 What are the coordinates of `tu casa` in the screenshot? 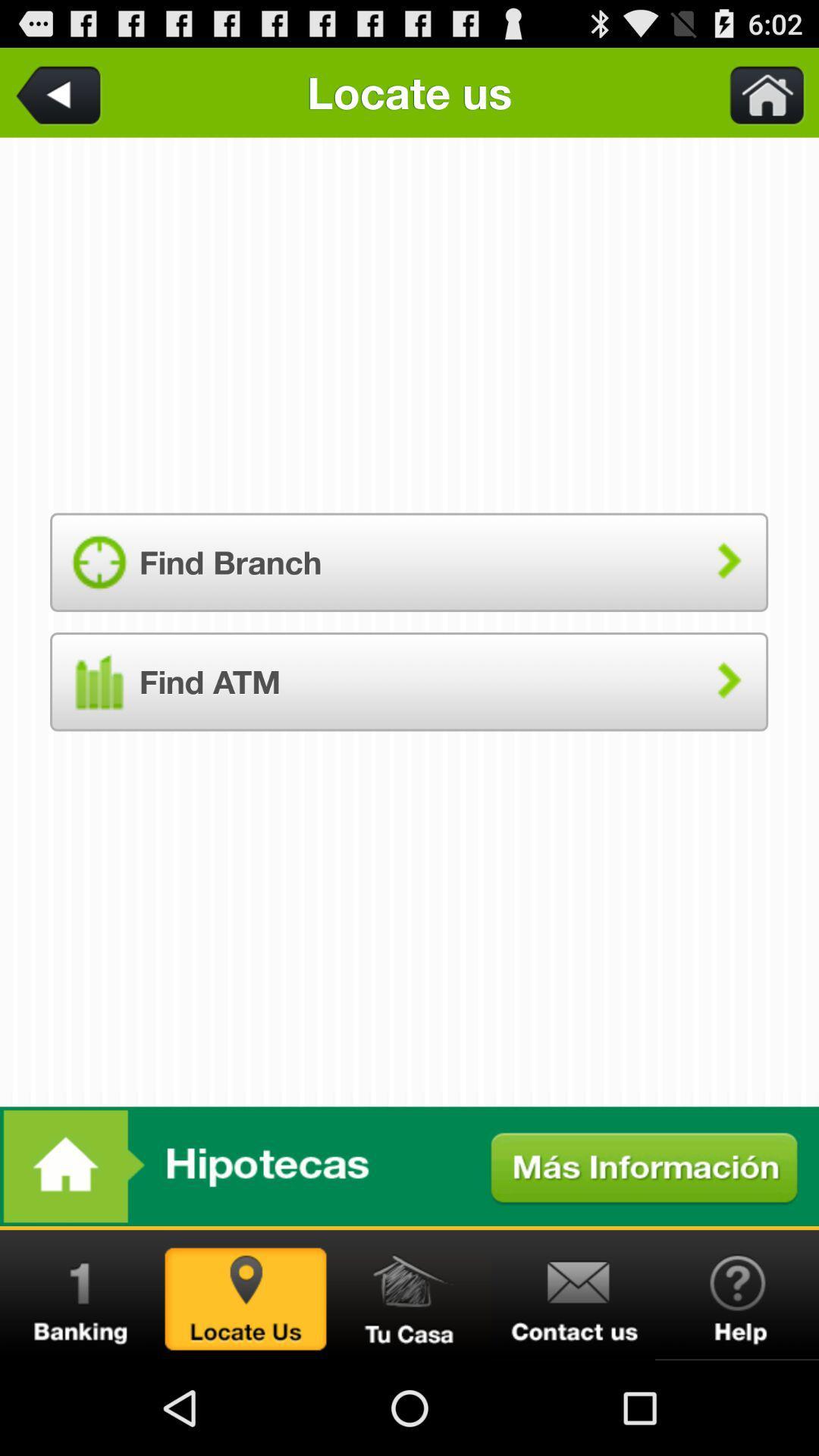 It's located at (409, 1294).